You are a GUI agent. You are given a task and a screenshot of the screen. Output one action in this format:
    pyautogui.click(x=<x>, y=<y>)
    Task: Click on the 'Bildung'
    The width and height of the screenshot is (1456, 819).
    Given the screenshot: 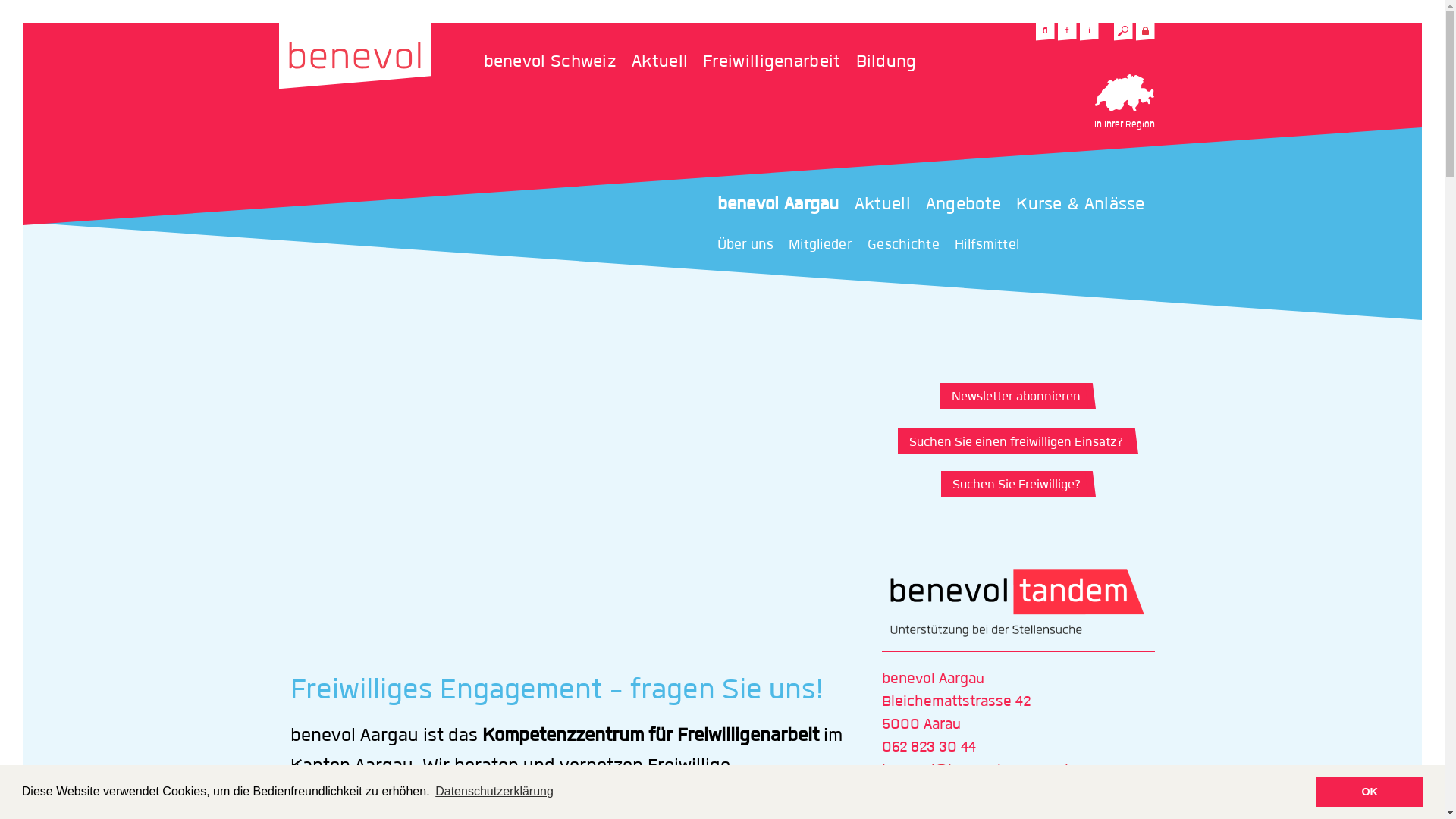 What is the action you would take?
    pyautogui.click(x=855, y=61)
    